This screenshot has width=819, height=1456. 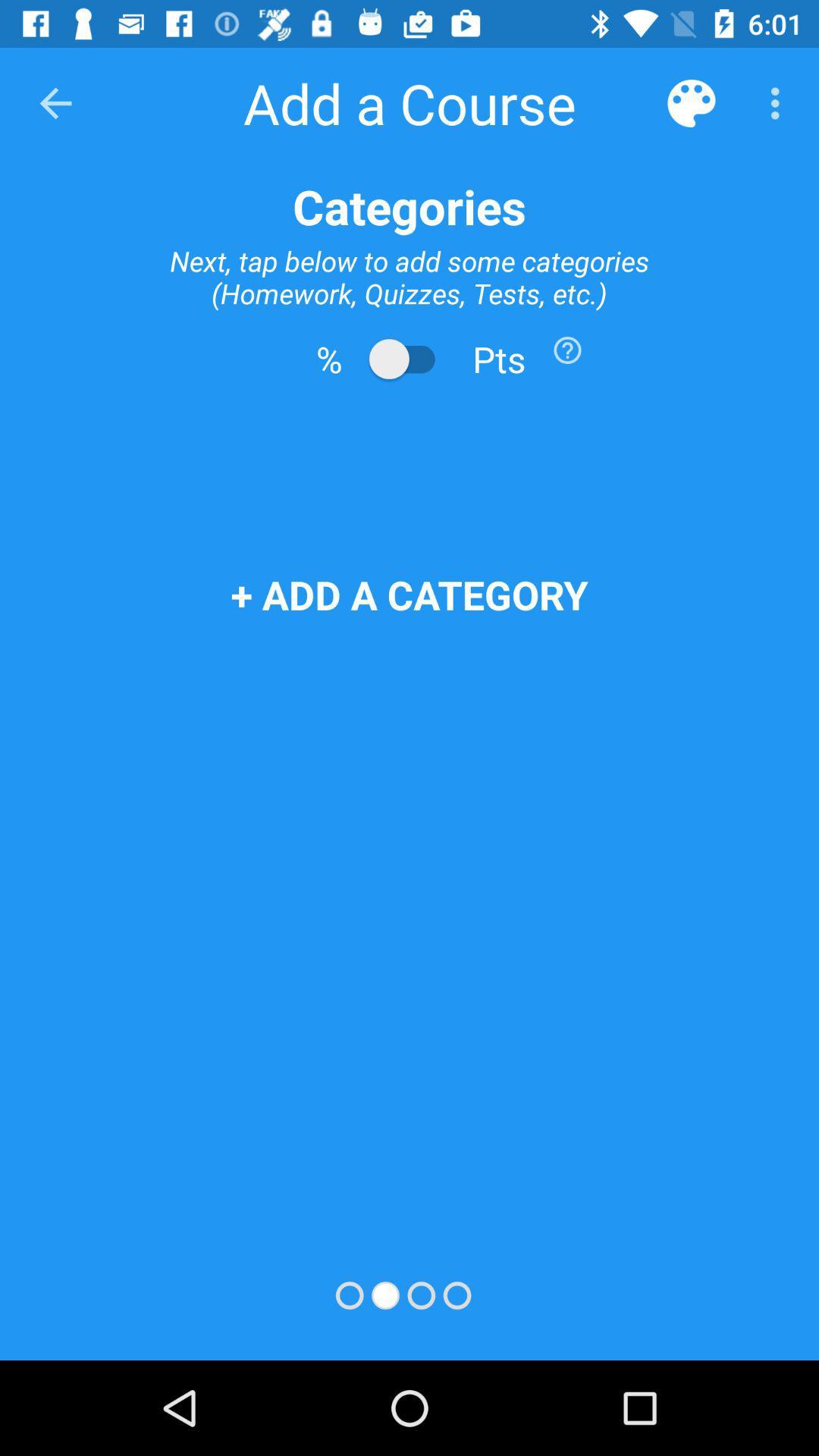 I want to click on more information, so click(x=567, y=349).